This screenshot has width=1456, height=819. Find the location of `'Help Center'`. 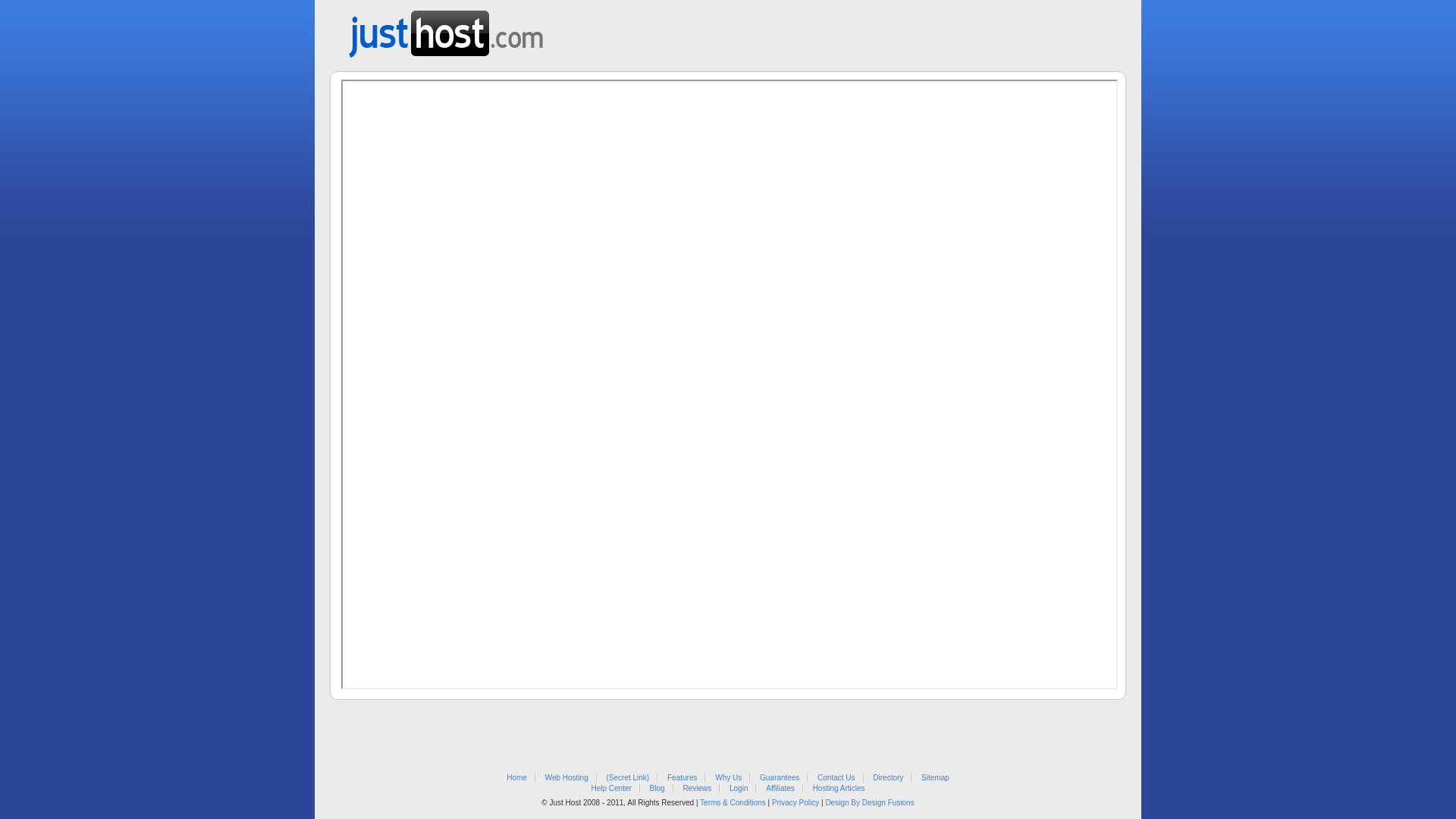

'Help Center' is located at coordinates (589, 787).